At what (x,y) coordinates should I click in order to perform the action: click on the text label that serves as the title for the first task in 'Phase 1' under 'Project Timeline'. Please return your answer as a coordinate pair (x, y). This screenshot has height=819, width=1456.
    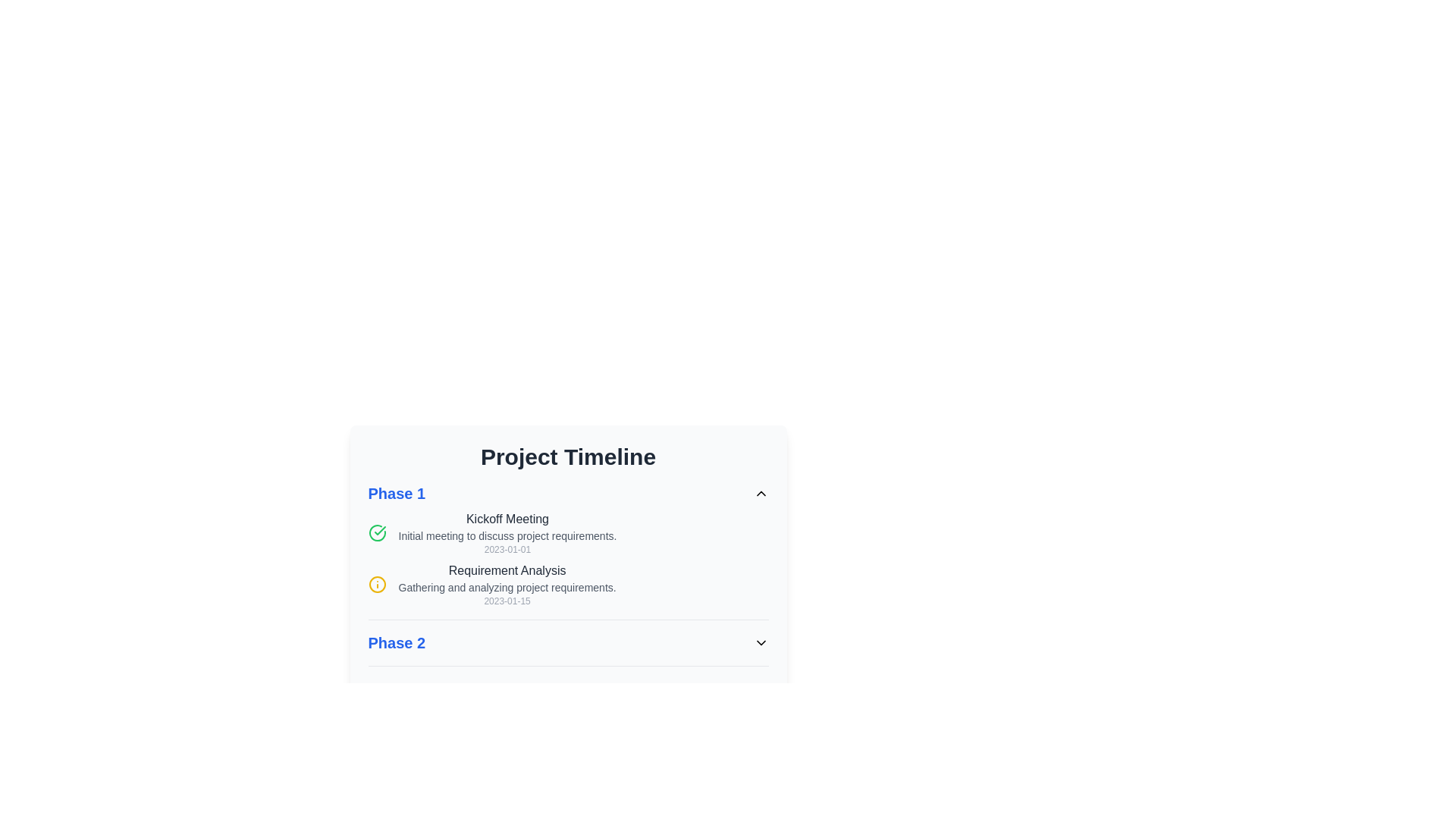
    Looking at the image, I should click on (507, 519).